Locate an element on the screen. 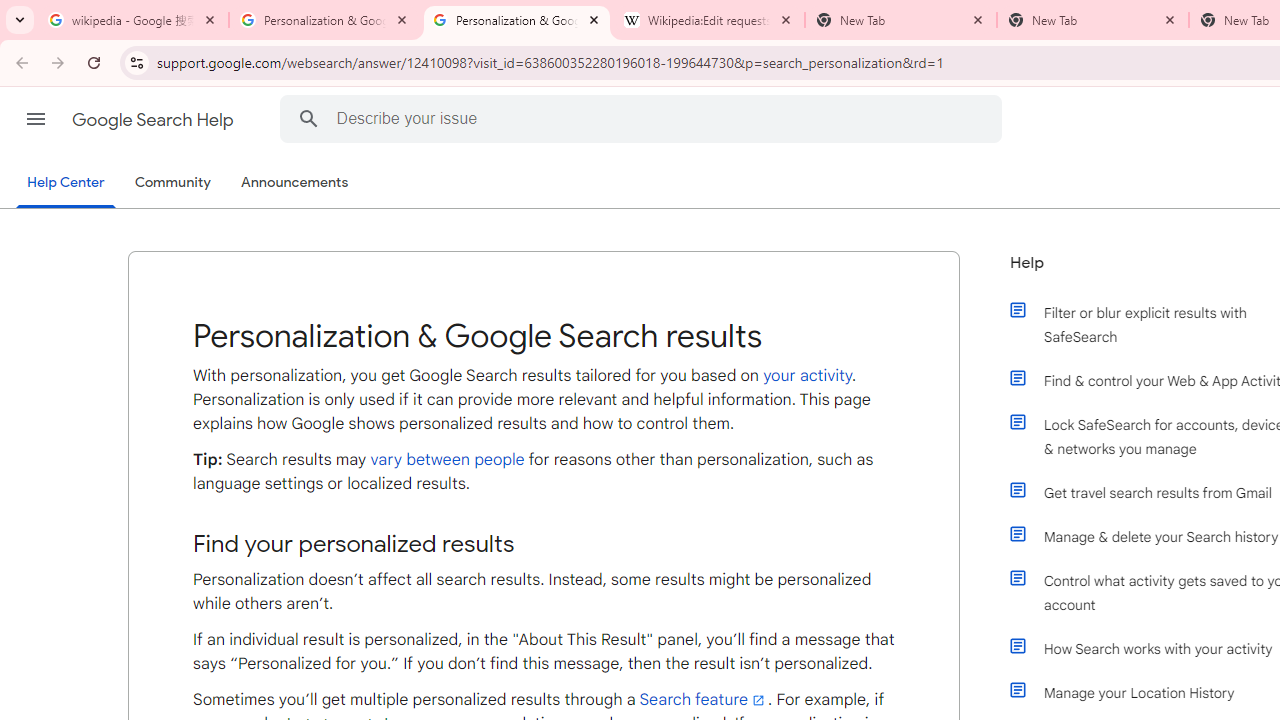 This screenshot has width=1280, height=720. 'Announcements' is located at coordinates (294, 183).